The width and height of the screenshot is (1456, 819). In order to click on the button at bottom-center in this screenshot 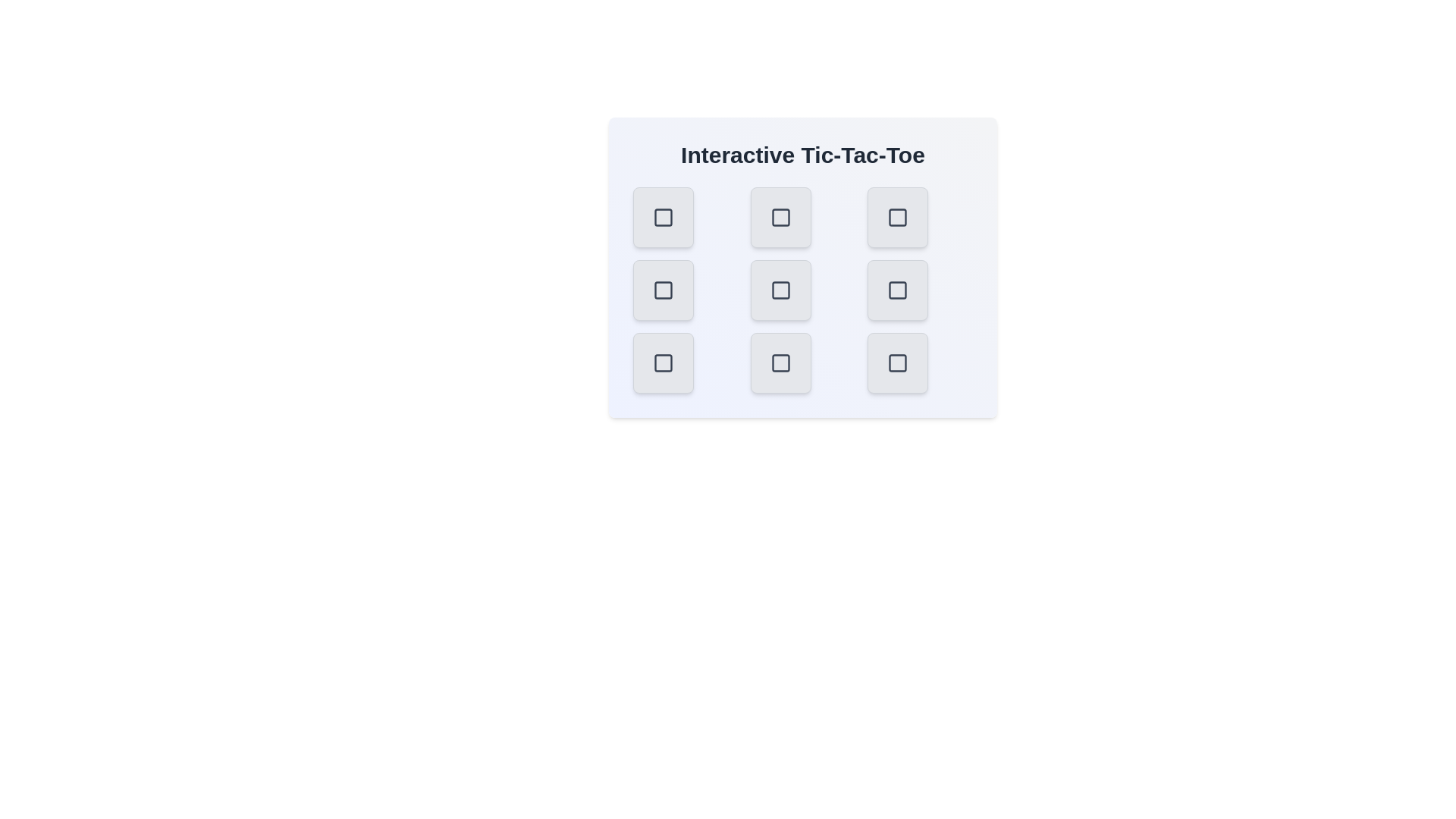, I will do `click(780, 362)`.